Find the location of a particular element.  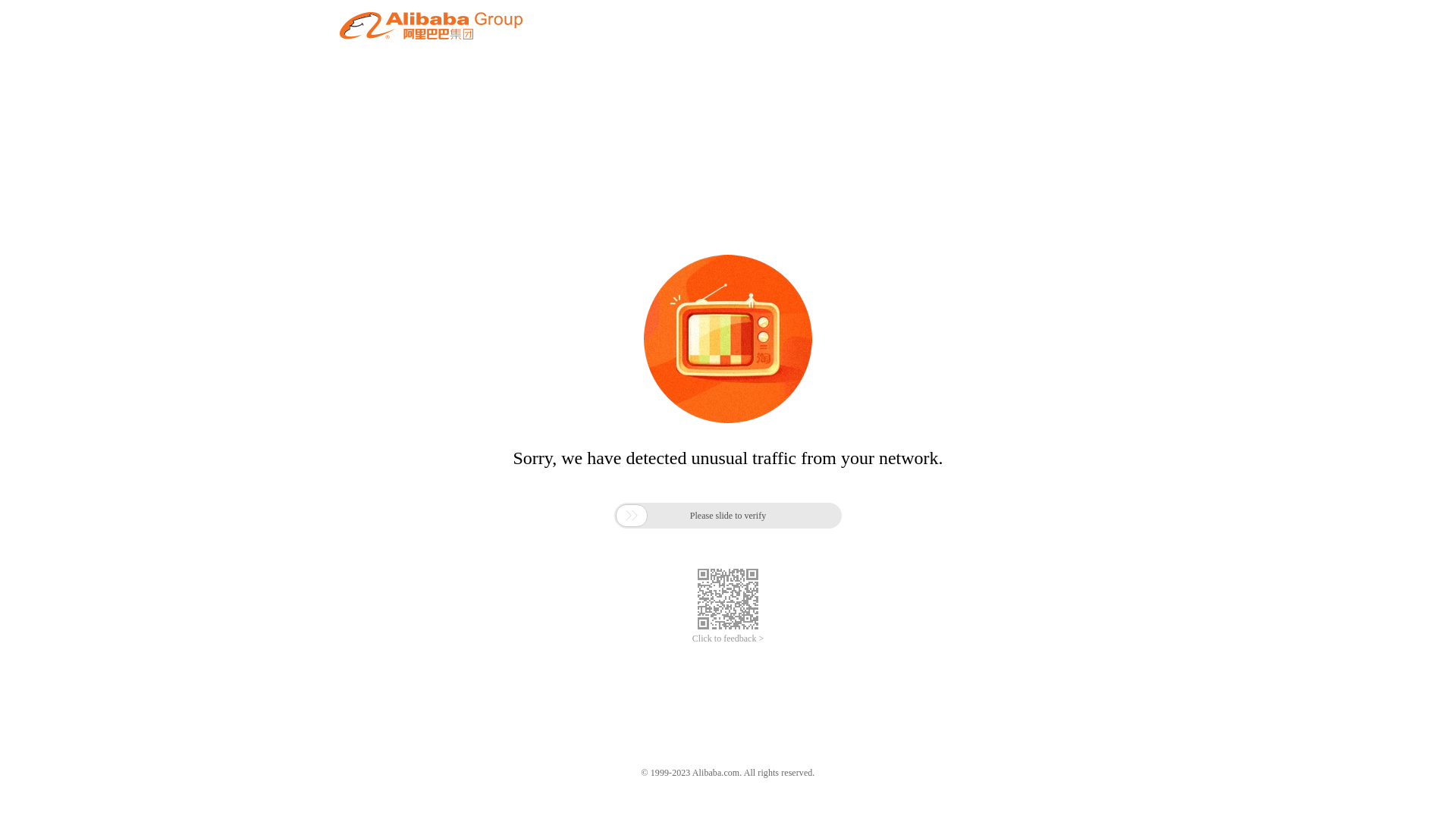

'Click to feedback >' is located at coordinates (728, 639).